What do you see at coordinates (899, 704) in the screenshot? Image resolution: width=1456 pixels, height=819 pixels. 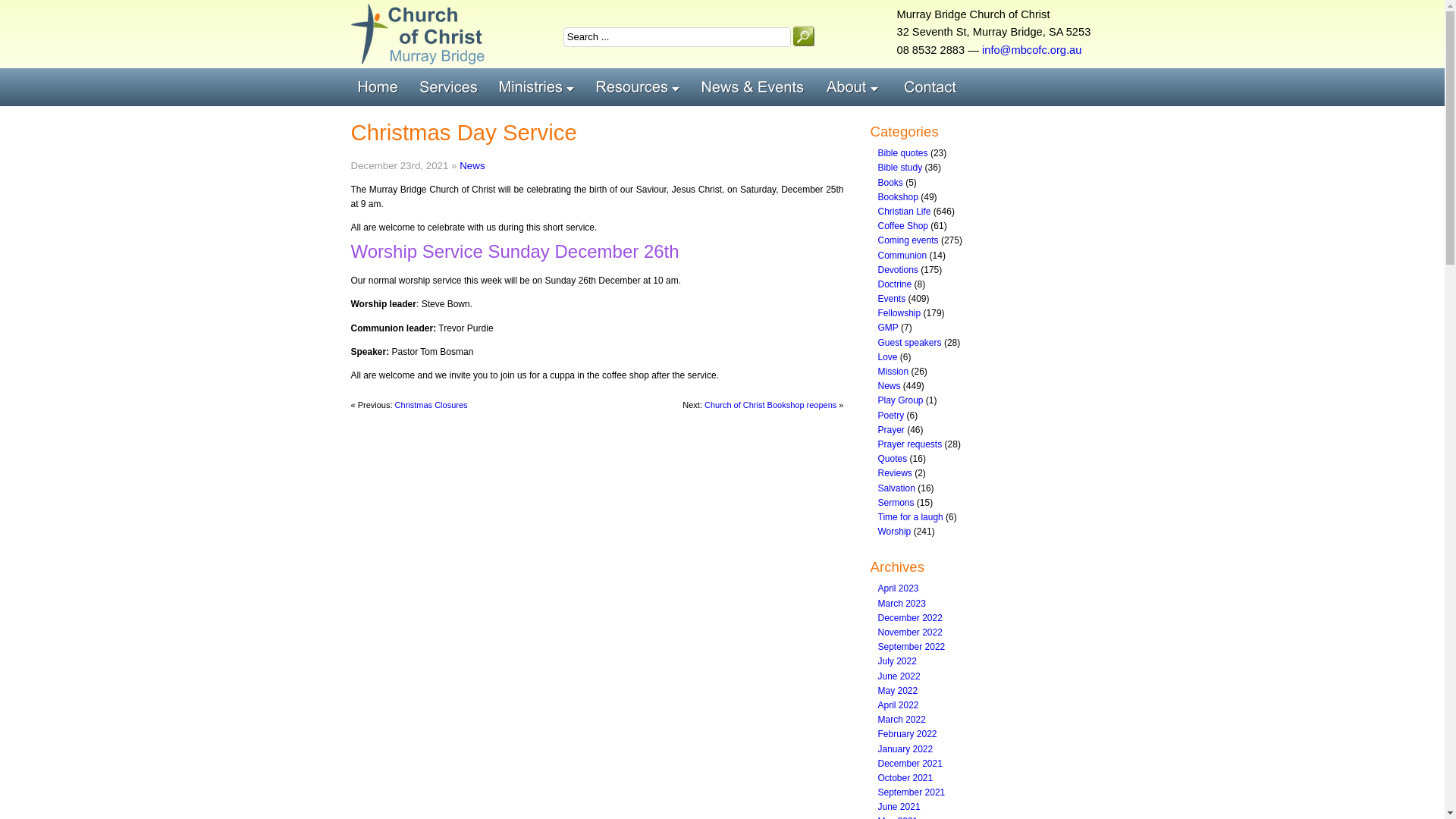 I see `'April 2022'` at bounding box center [899, 704].